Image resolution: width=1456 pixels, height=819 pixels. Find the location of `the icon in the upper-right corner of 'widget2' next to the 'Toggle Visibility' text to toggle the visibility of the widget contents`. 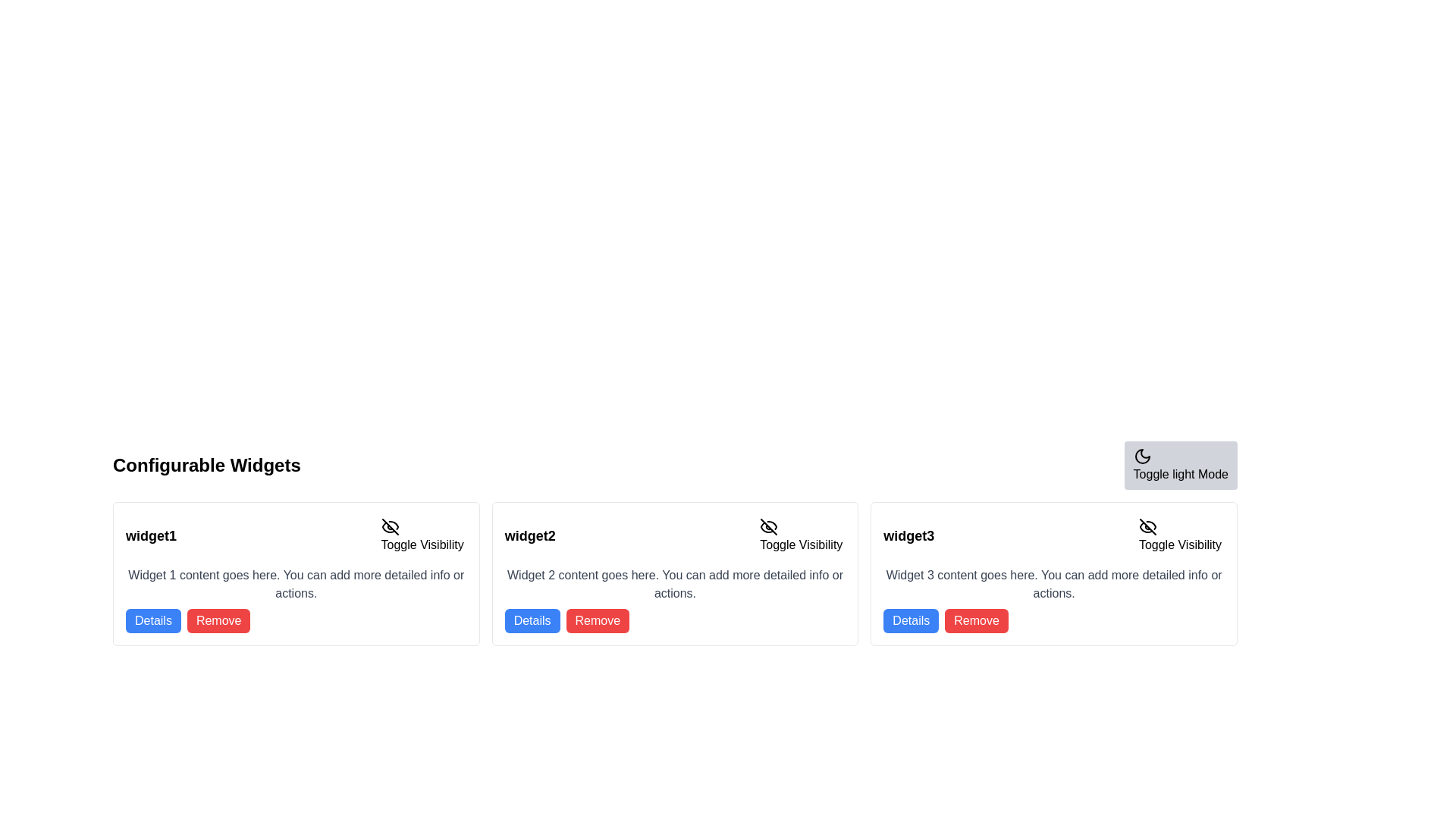

the icon in the upper-right corner of 'widget2' next to the 'Toggle Visibility' text to toggle the visibility of the widget contents is located at coordinates (769, 526).